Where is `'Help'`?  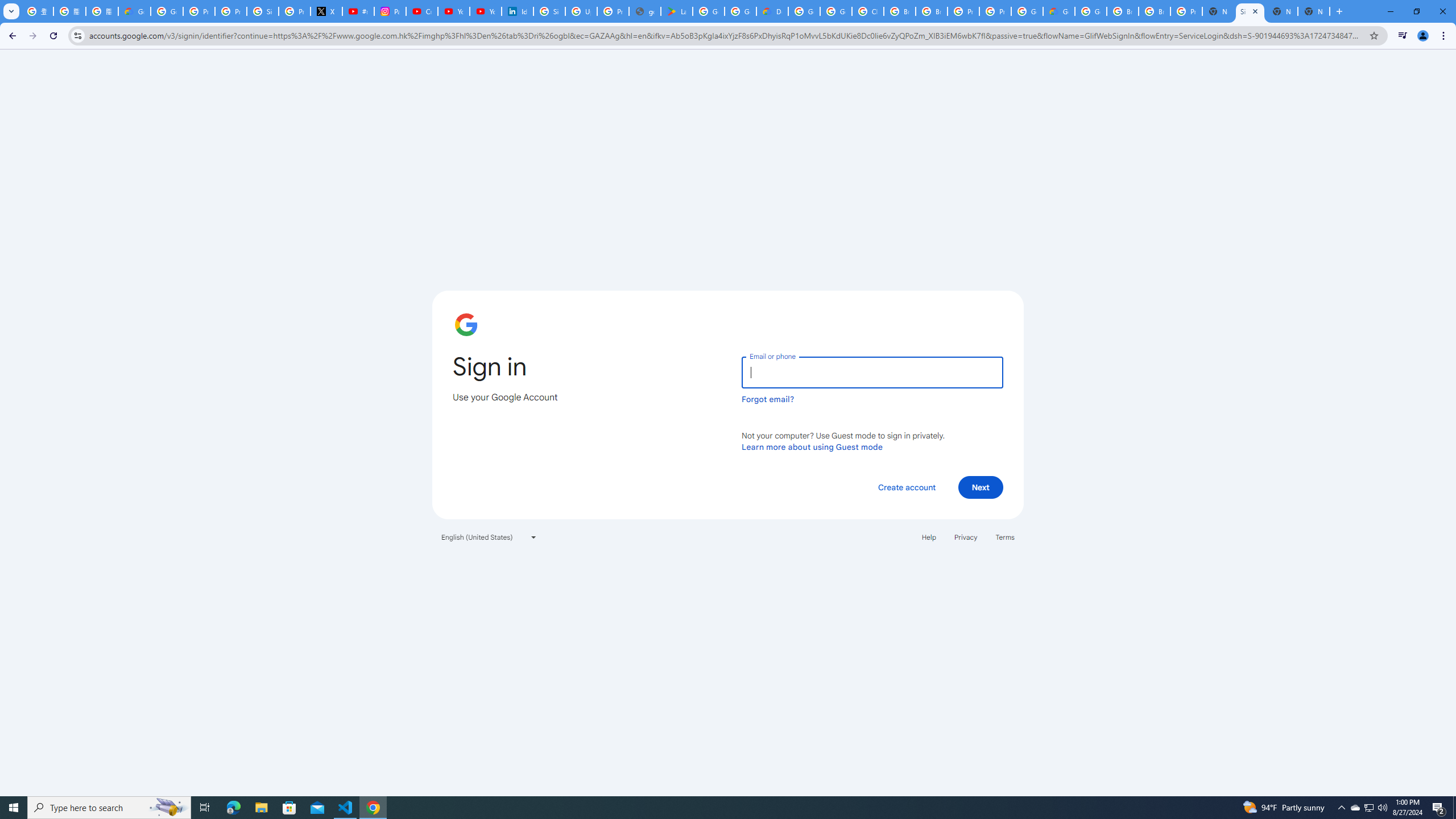
'Help' is located at coordinates (928, 536).